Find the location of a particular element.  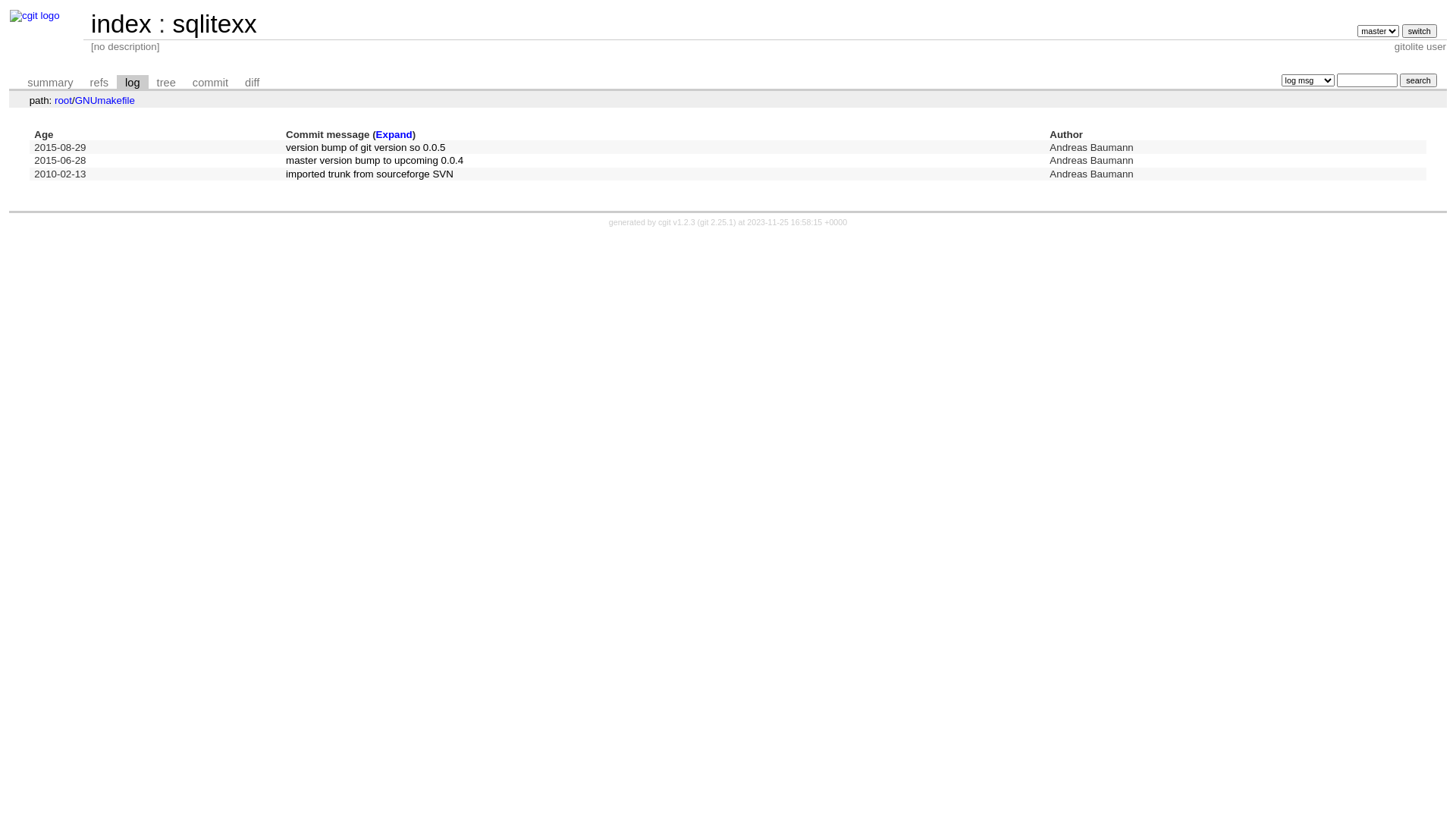

'Expand' is located at coordinates (394, 133).